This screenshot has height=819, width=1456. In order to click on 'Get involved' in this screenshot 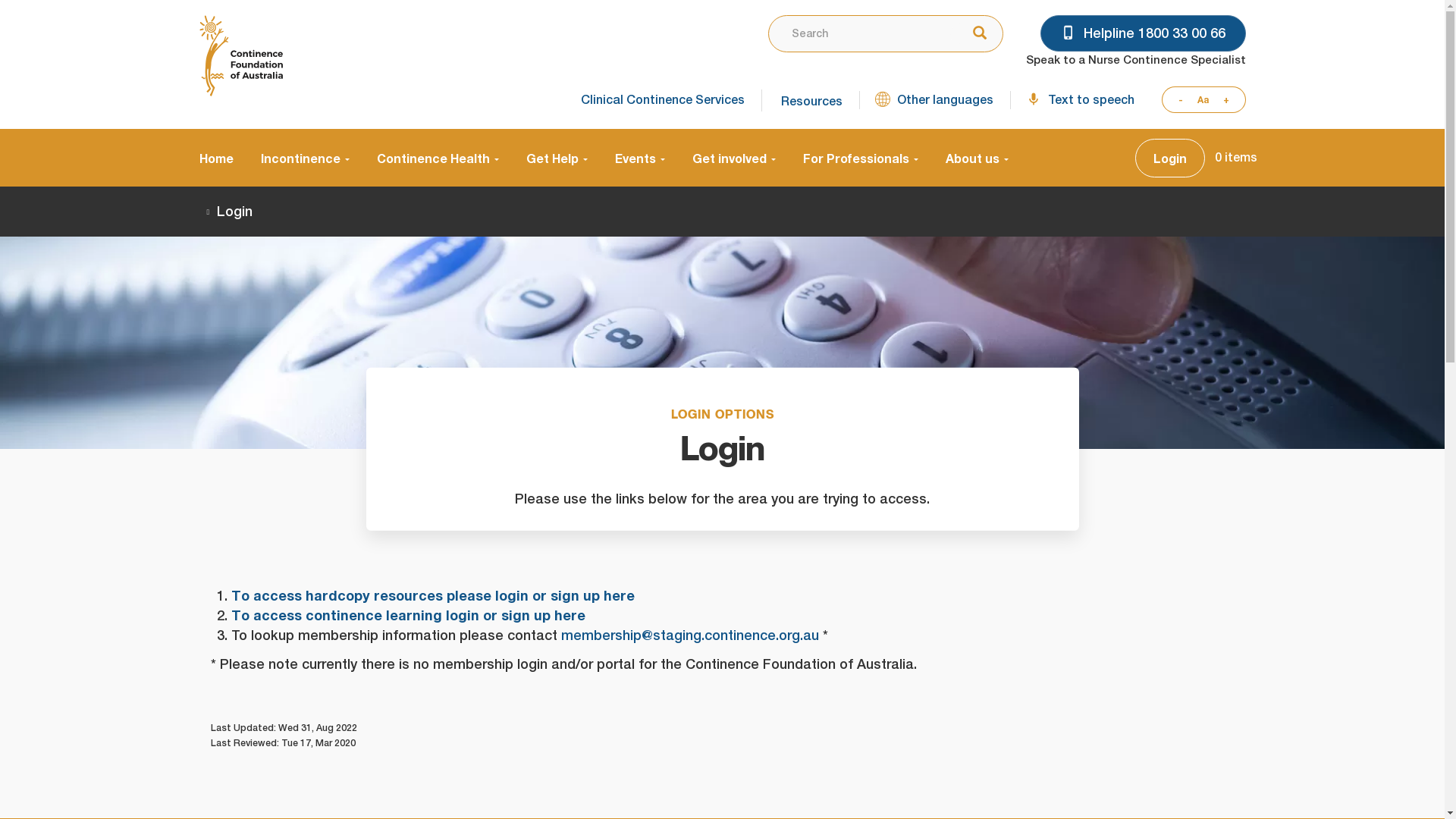, I will do `click(676, 158)`.